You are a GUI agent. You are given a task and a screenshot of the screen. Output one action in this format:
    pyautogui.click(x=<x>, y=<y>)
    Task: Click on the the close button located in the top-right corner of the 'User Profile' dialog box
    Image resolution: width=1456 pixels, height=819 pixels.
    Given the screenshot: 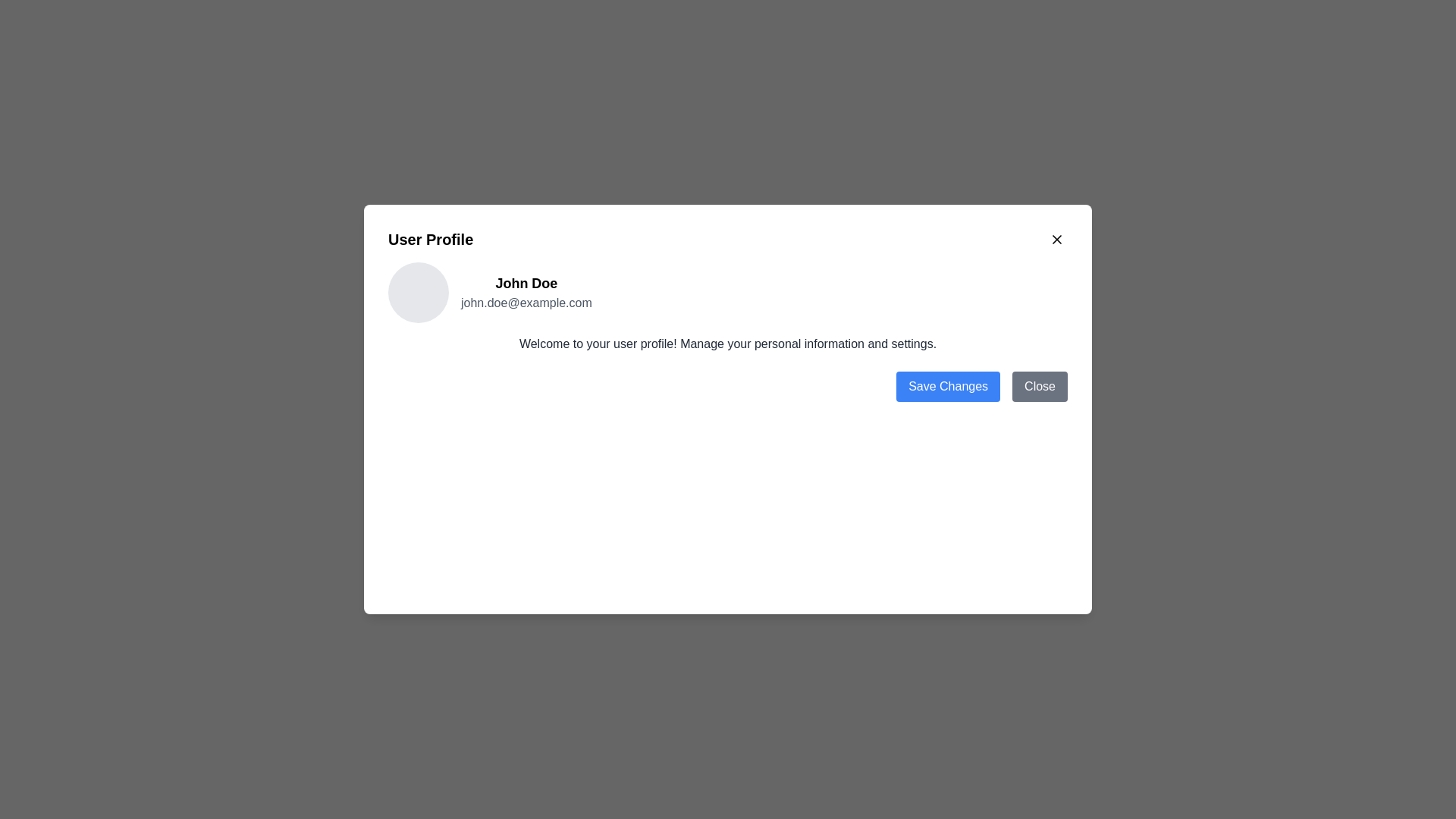 What is the action you would take?
    pyautogui.click(x=1056, y=239)
    